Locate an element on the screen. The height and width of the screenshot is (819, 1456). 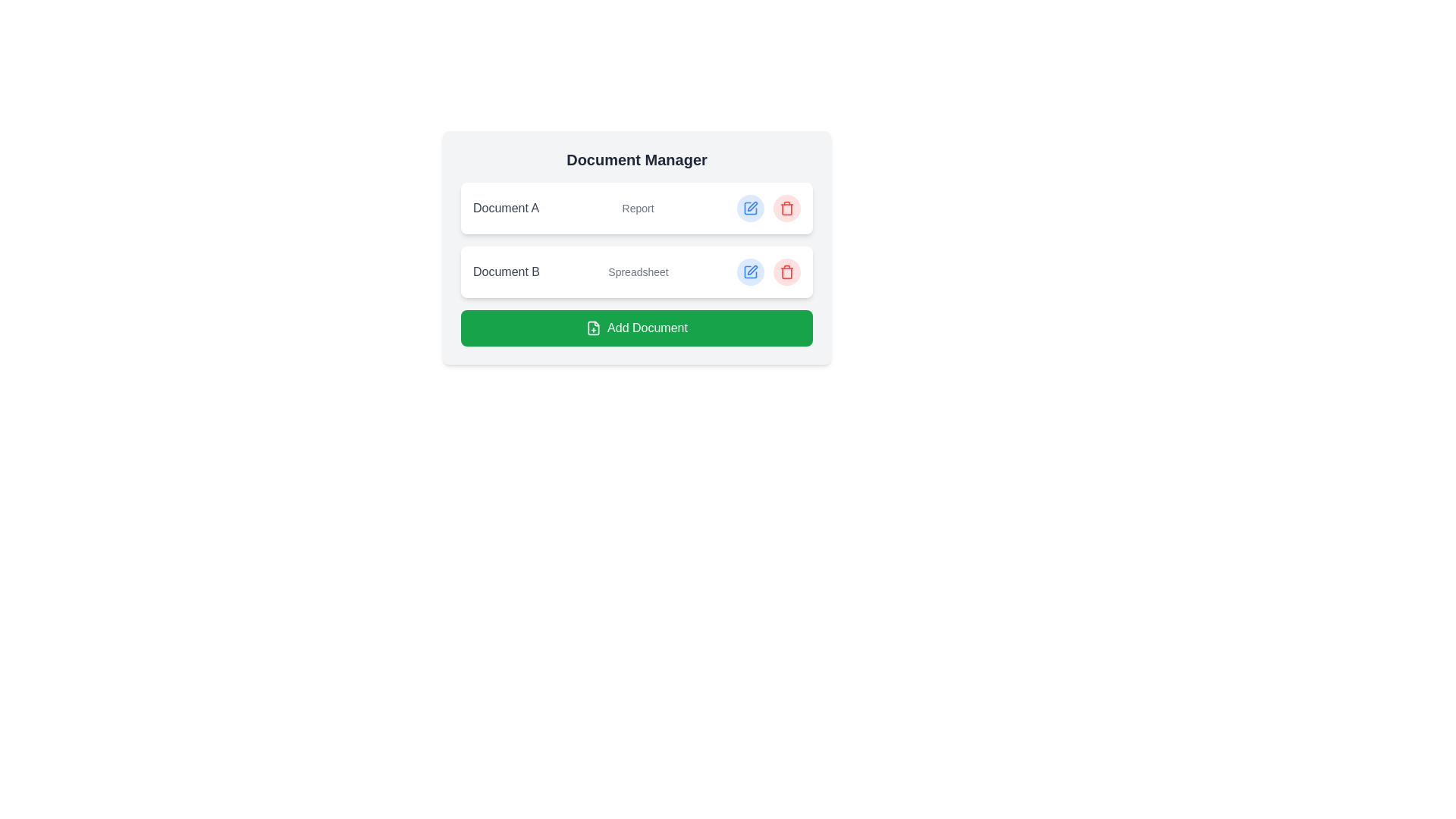
the text label displaying 'Spreadsheet', which is positioned adjacent to 'Document B' and before the action buttons is located at coordinates (639, 271).